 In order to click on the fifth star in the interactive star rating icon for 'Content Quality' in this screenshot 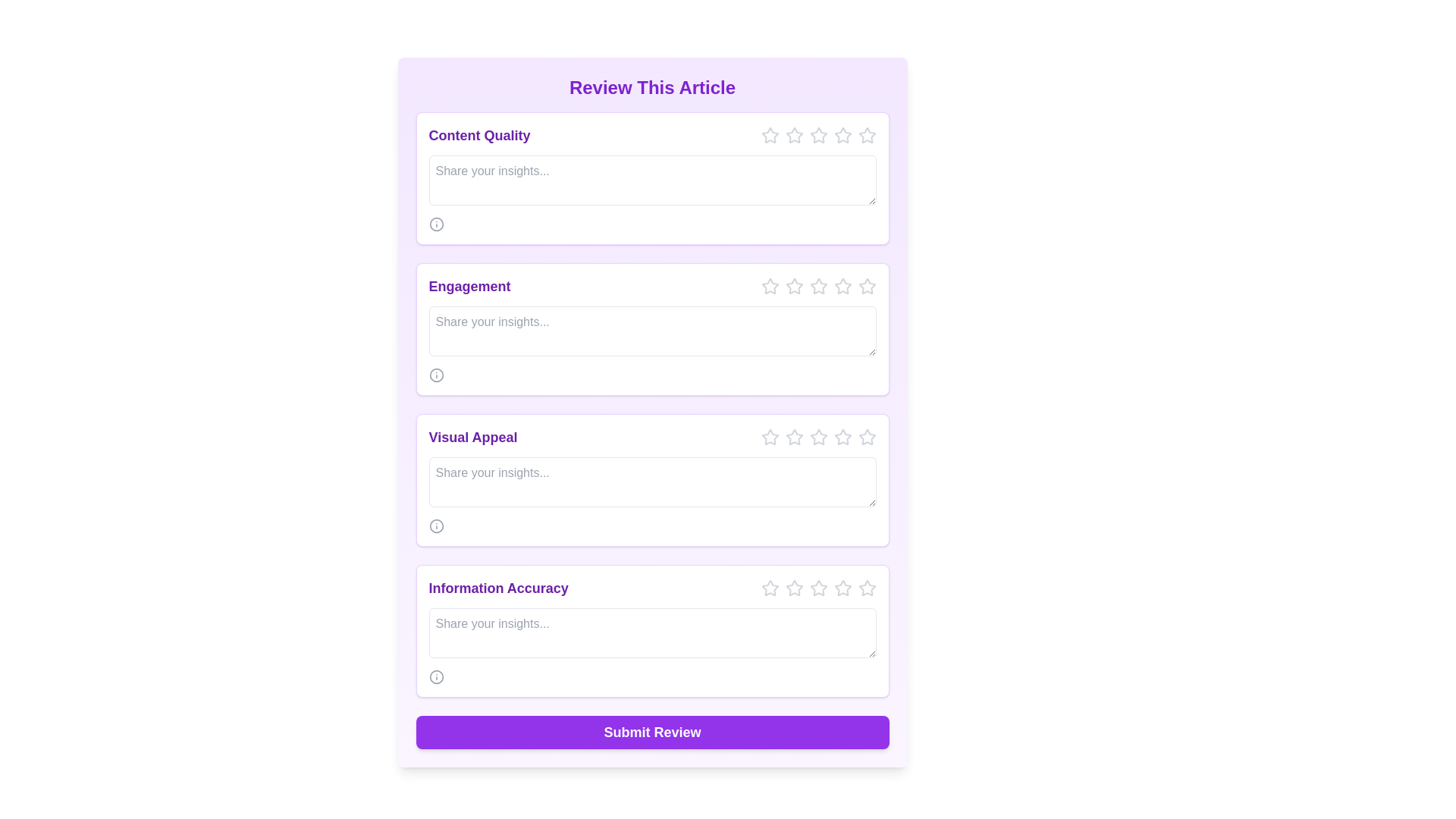, I will do `click(842, 134)`.